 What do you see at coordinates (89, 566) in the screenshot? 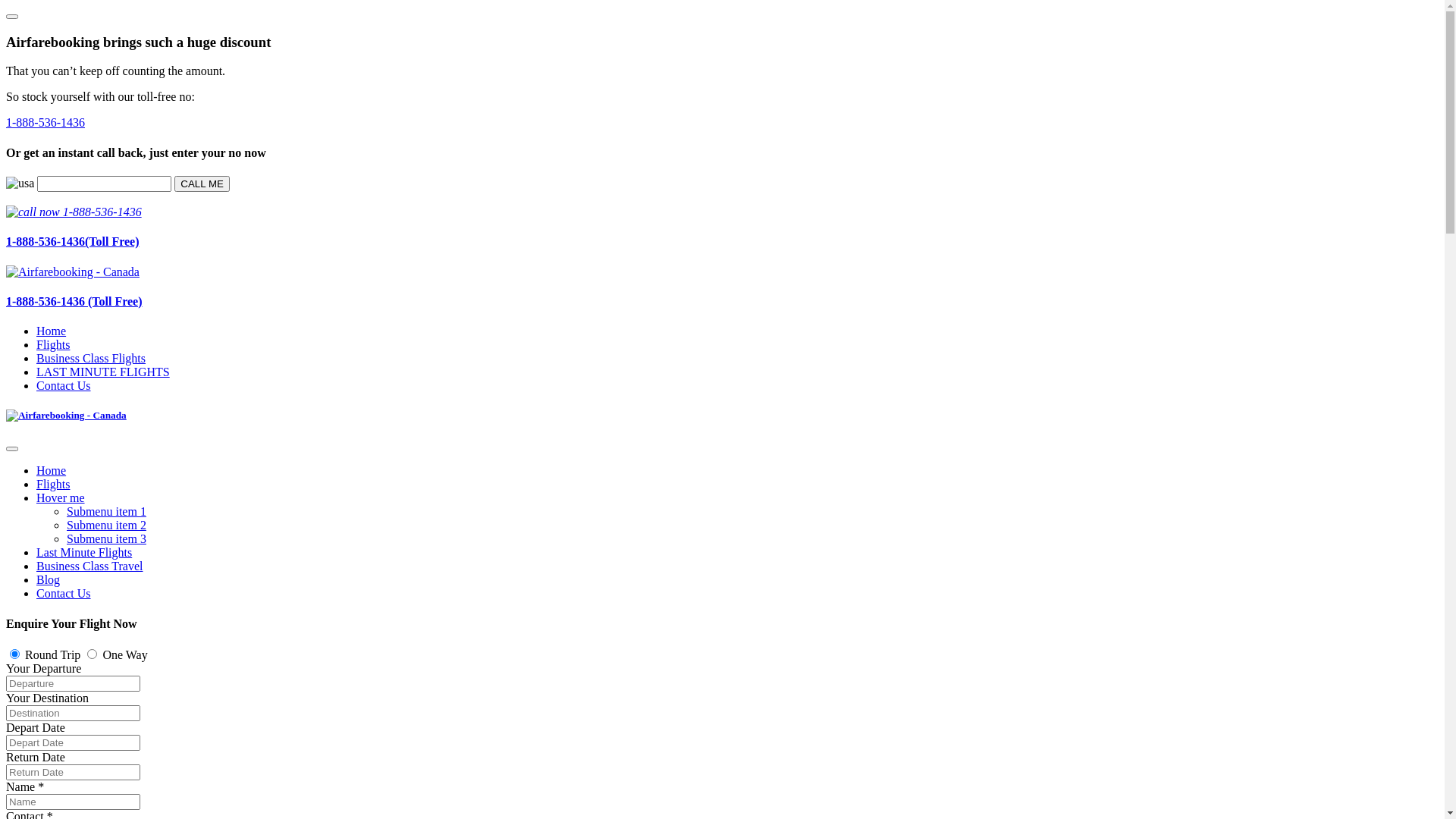
I see `'Business Class Travel'` at bounding box center [89, 566].